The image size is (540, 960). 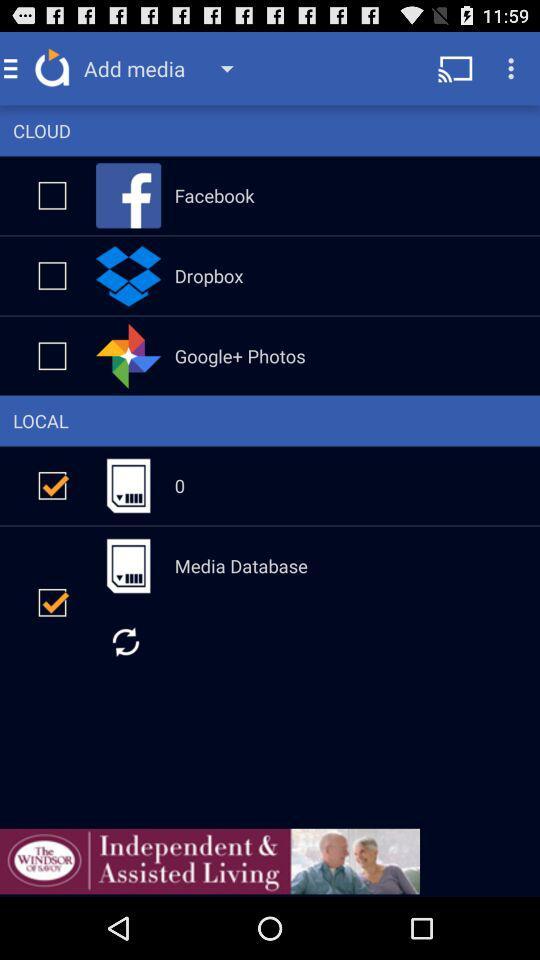 I want to click on reload, so click(x=125, y=640).